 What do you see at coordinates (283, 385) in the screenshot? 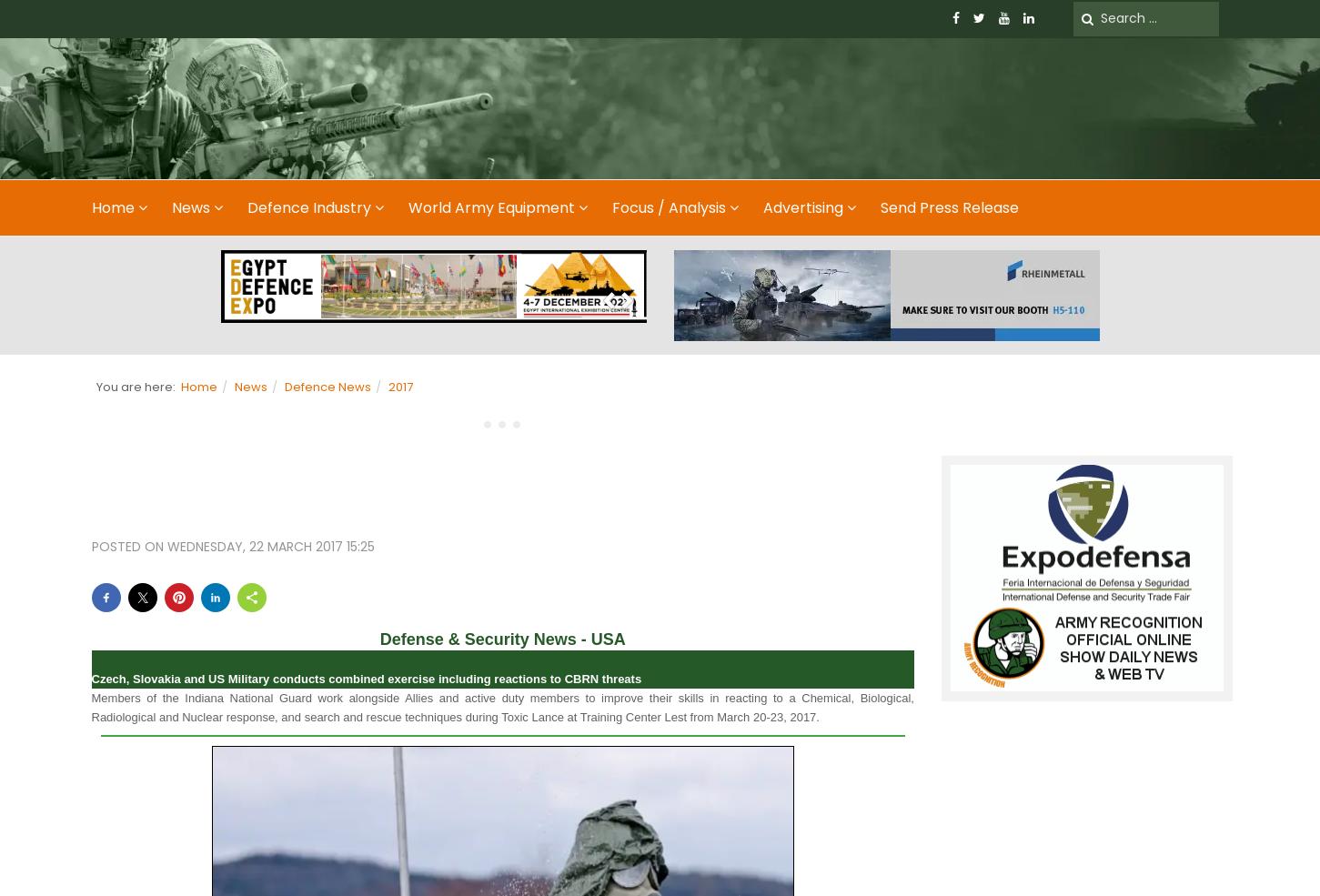
I see `'Defence News'` at bounding box center [283, 385].